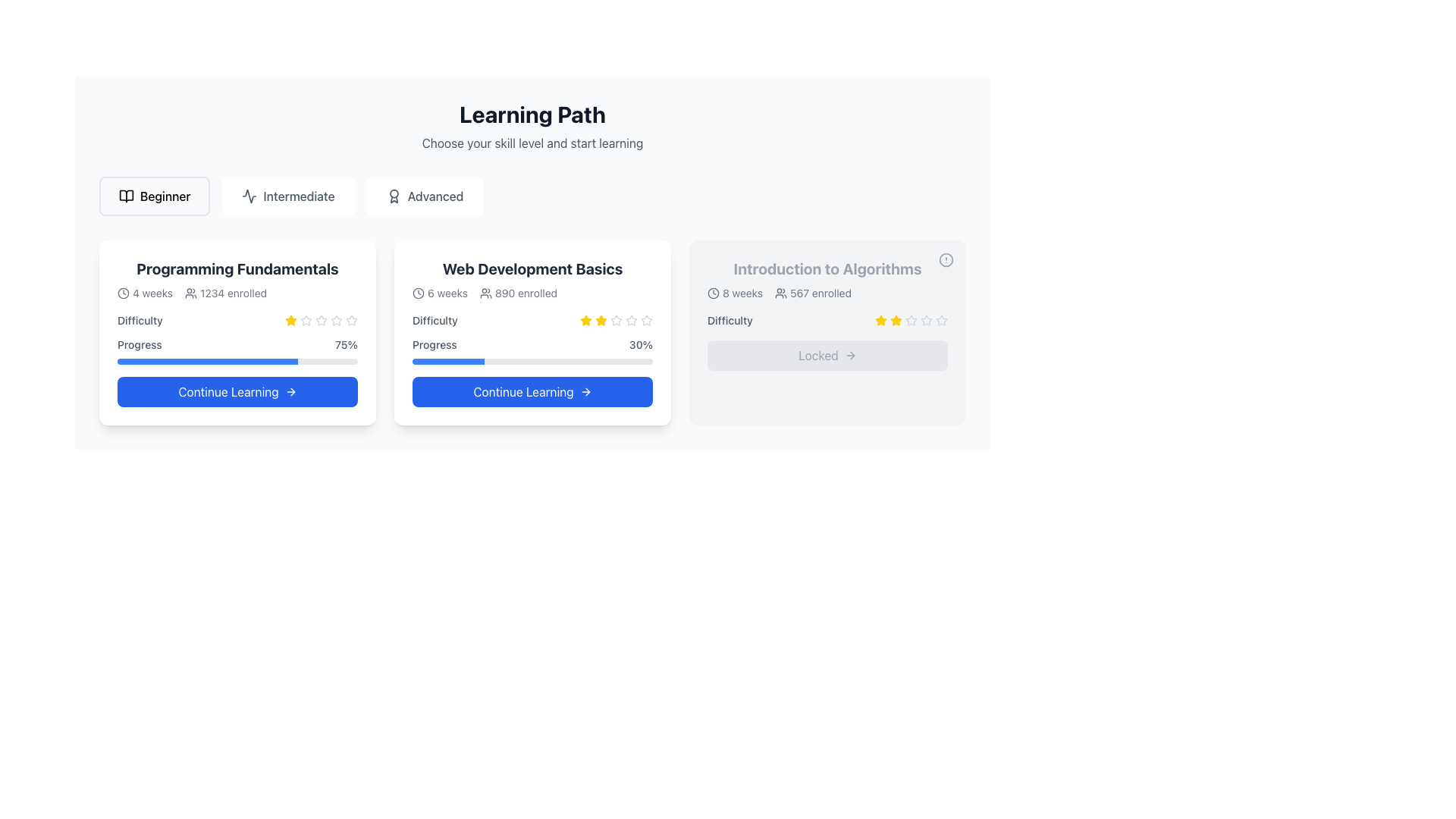 This screenshot has width=1456, height=819. What do you see at coordinates (237, 350) in the screenshot?
I see `the progress state of the Progress bar located within the 'Programming Fundamentals' card, positioned below the 'Difficulty' row and above the 'Continue Learning' button` at bounding box center [237, 350].